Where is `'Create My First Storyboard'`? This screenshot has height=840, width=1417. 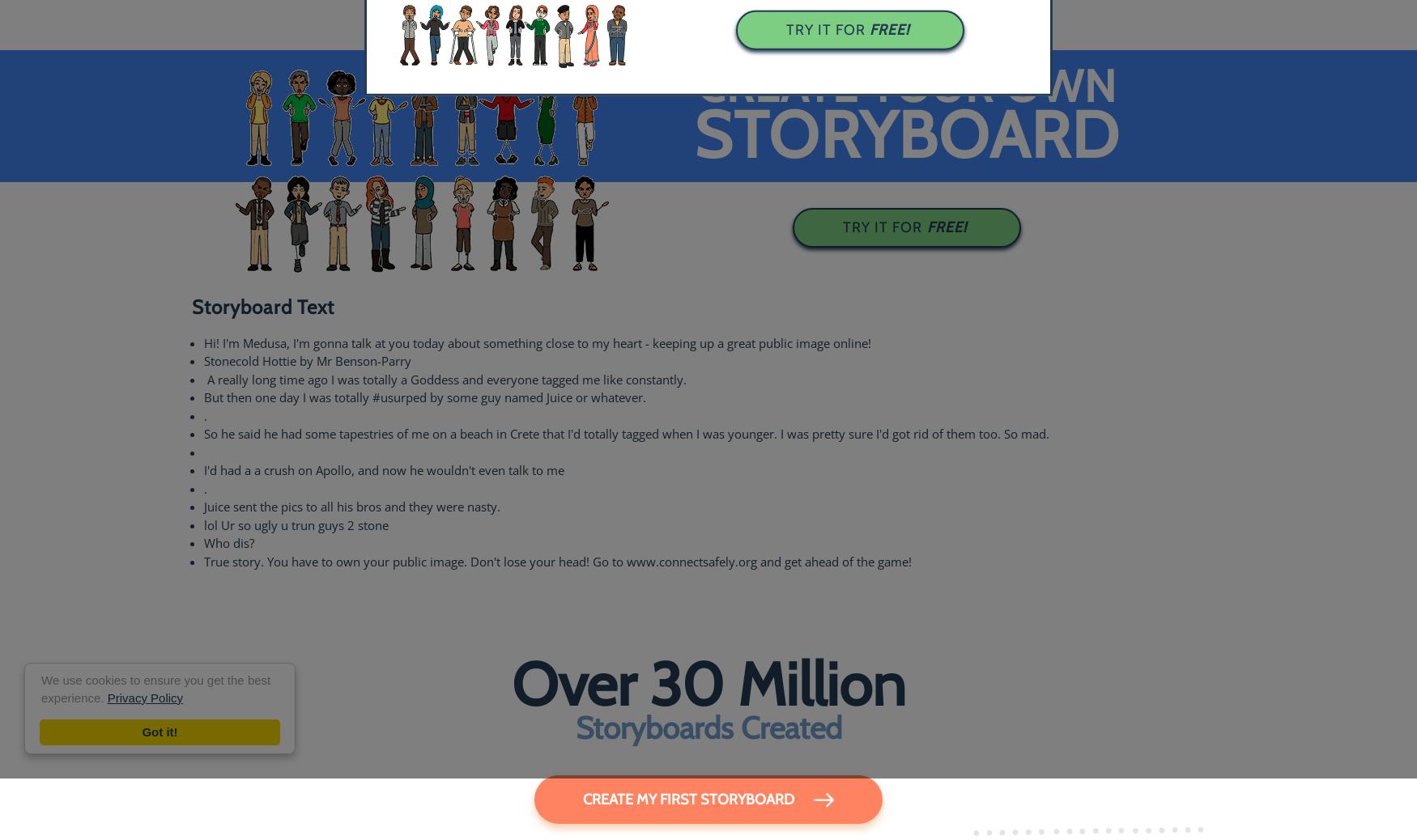 'Create My First Storyboard' is located at coordinates (690, 799).